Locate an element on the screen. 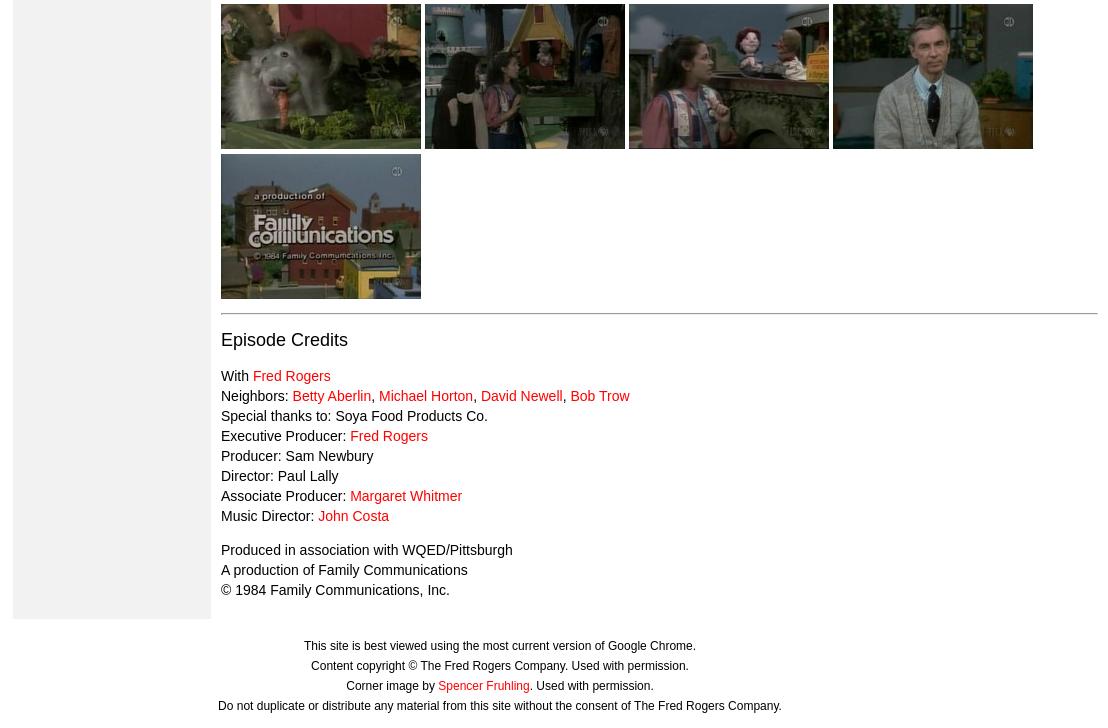 This screenshot has width=1108, height=728. 'Special thanks to: Soya Food Products Co.' is located at coordinates (353, 415).